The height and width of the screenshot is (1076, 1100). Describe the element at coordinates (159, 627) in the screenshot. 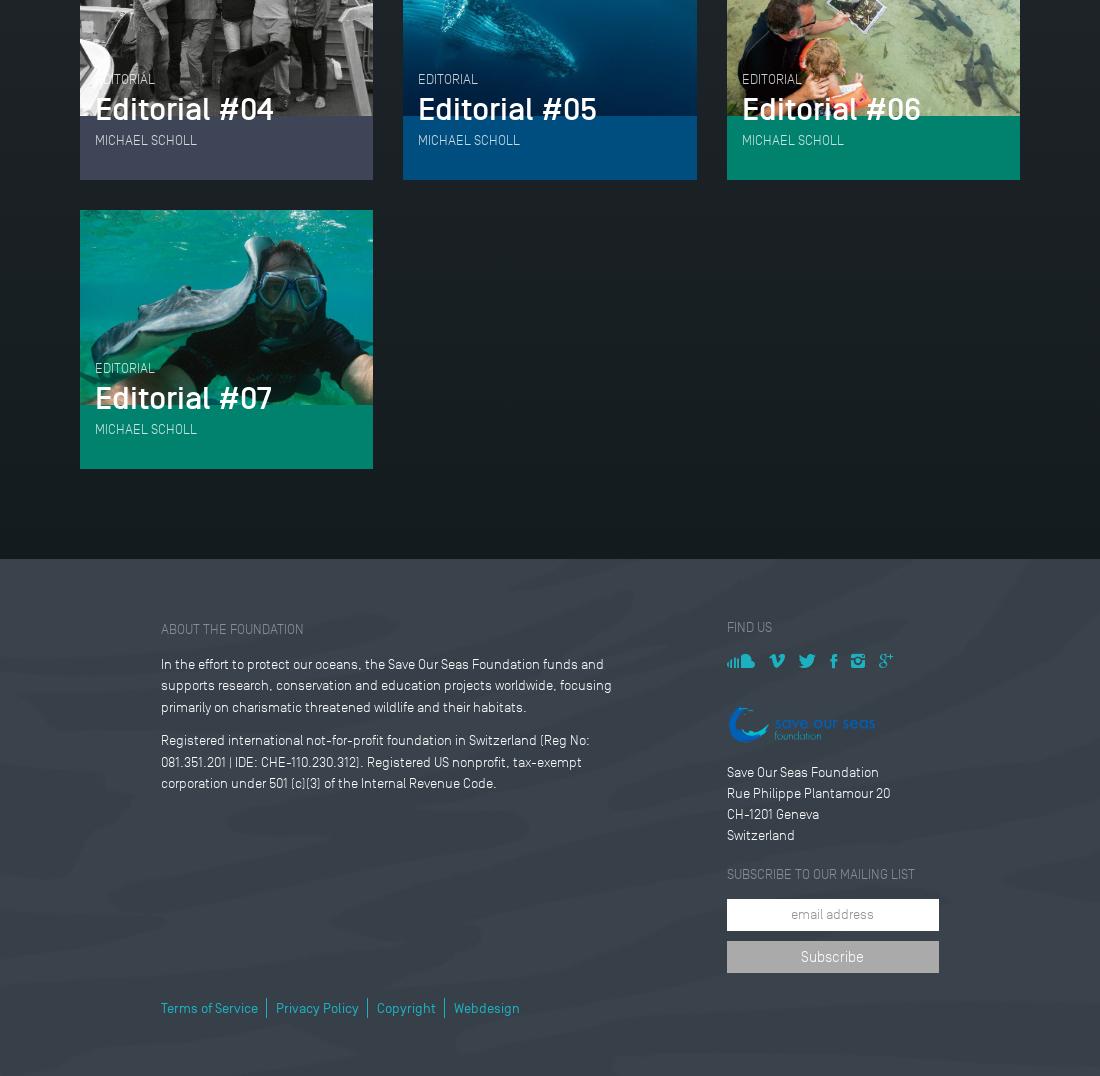

I see `'About the foundation'` at that location.